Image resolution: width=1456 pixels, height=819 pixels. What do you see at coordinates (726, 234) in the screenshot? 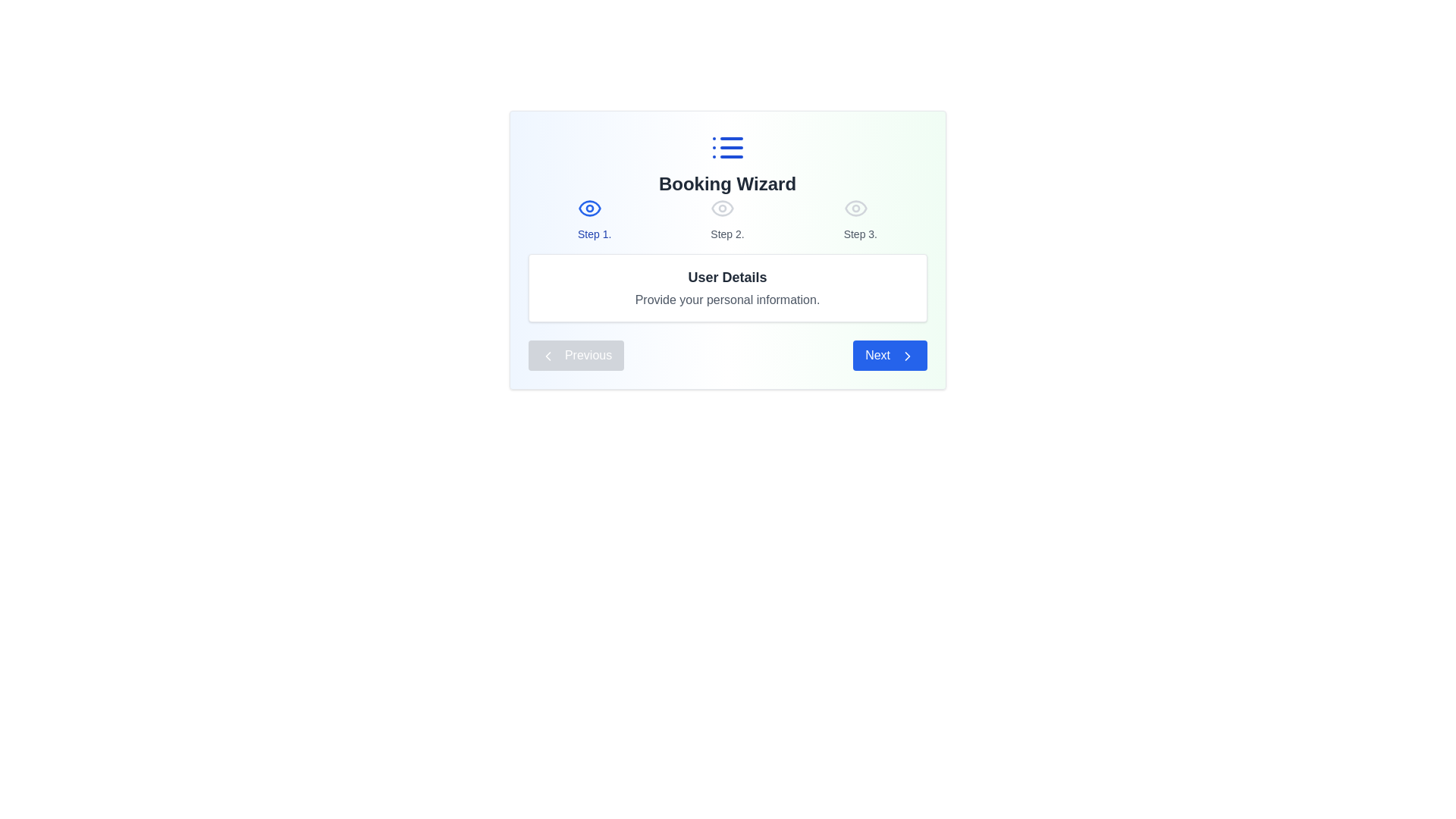
I see `the 'Step 2.' text label, which is styled in gray color and is part of the step indicator for the booking wizard interface` at bounding box center [726, 234].